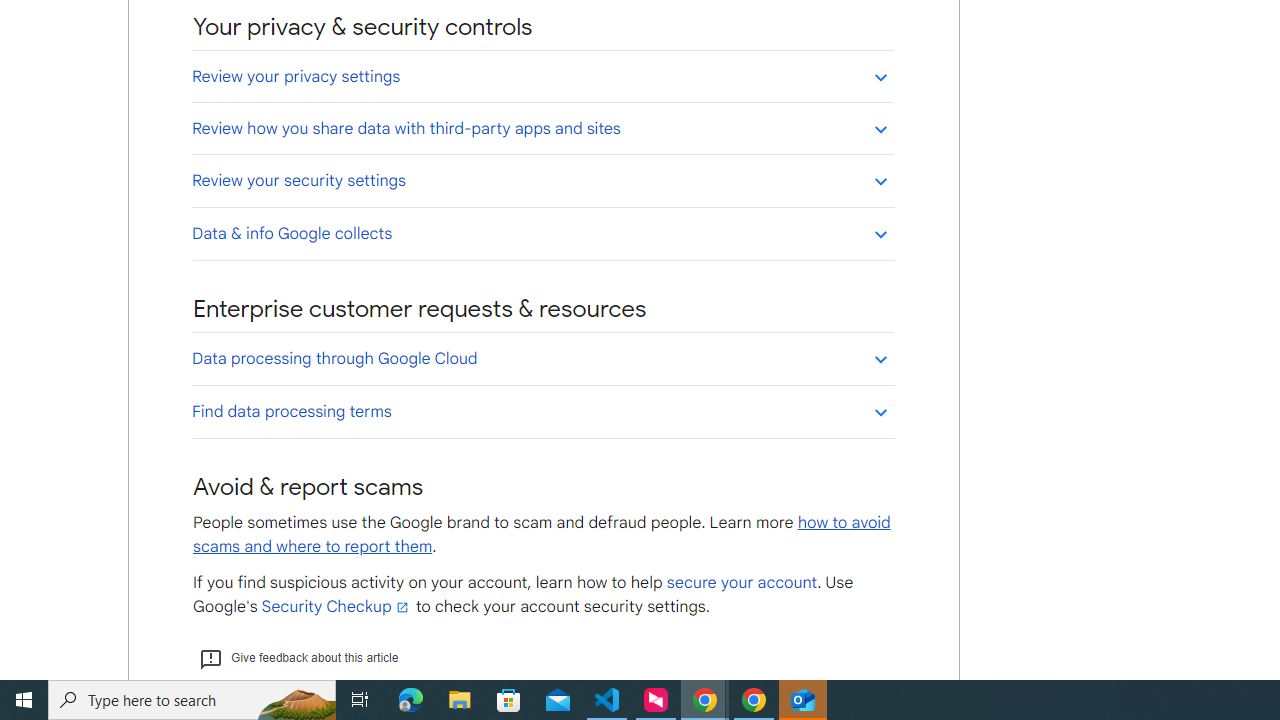  What do you see at coordinates (336, 605) in the screenshot?
I see `'Security Checkup'` at bounding box center [336, 605].